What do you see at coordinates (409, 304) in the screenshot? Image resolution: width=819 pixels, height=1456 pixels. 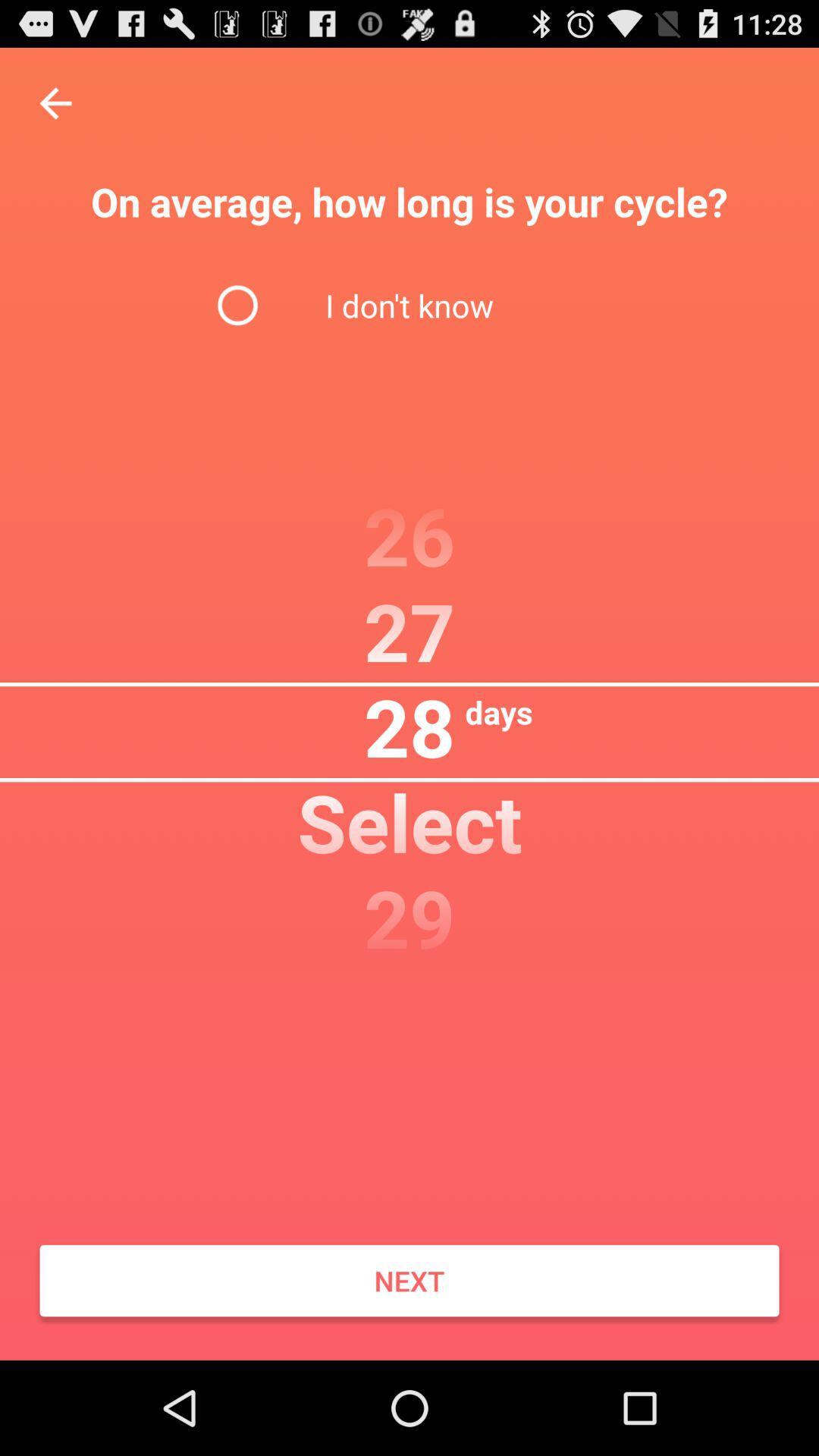 I see `item below the on average how item` at bounding box center [409, 304].